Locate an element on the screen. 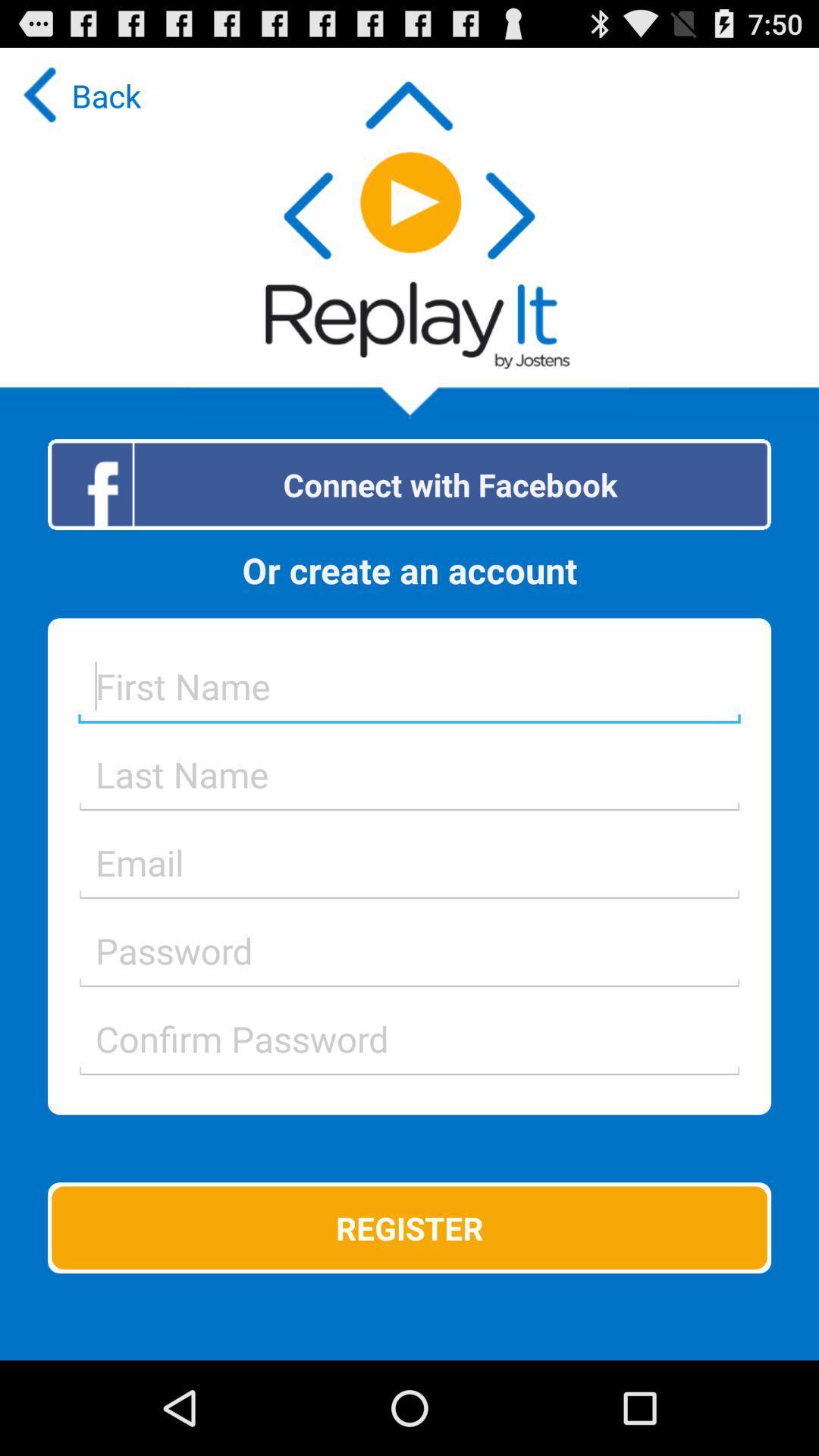 The width and height of the screenshot is (819, 1456). connect with facebook button is located at coordinates (409, 483).